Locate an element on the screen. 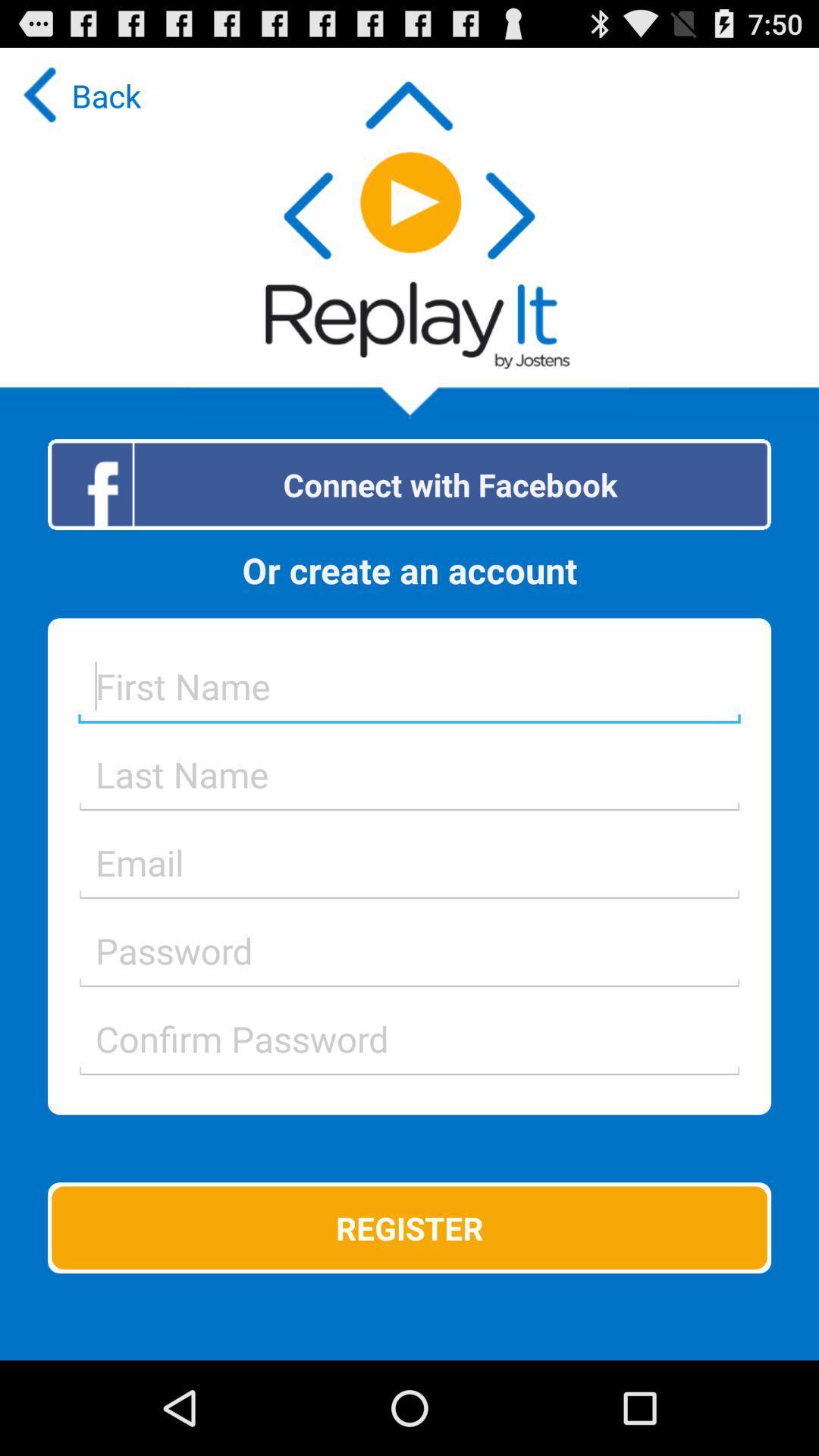 The width and height of the screenshot is (819, 1456). connect with facebook button is located at coordinates (409, 483).